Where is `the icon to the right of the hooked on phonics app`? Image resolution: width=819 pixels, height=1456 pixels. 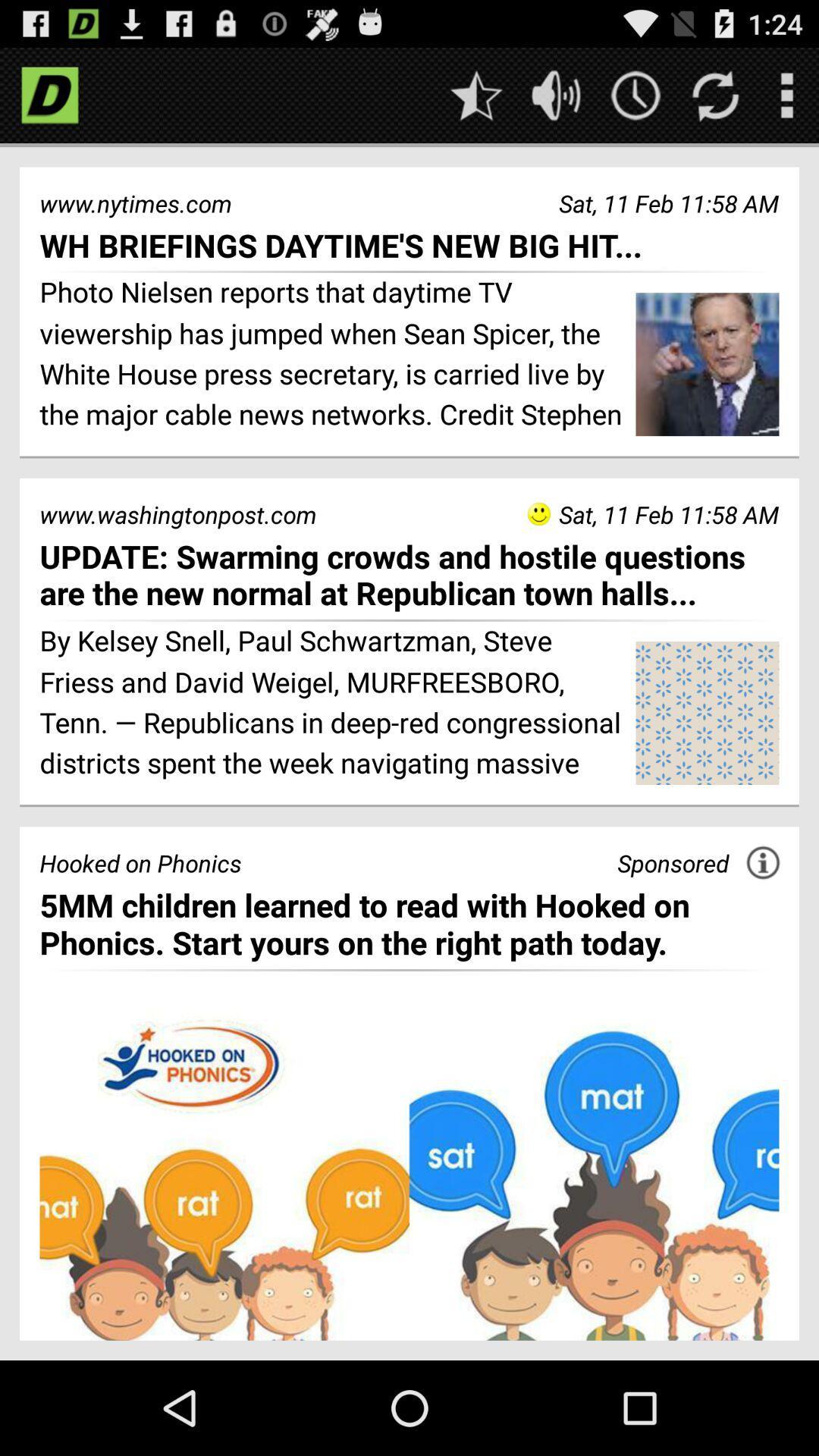
the icon to the right of the hooked on phonics app is located at coordinates (672, 863).